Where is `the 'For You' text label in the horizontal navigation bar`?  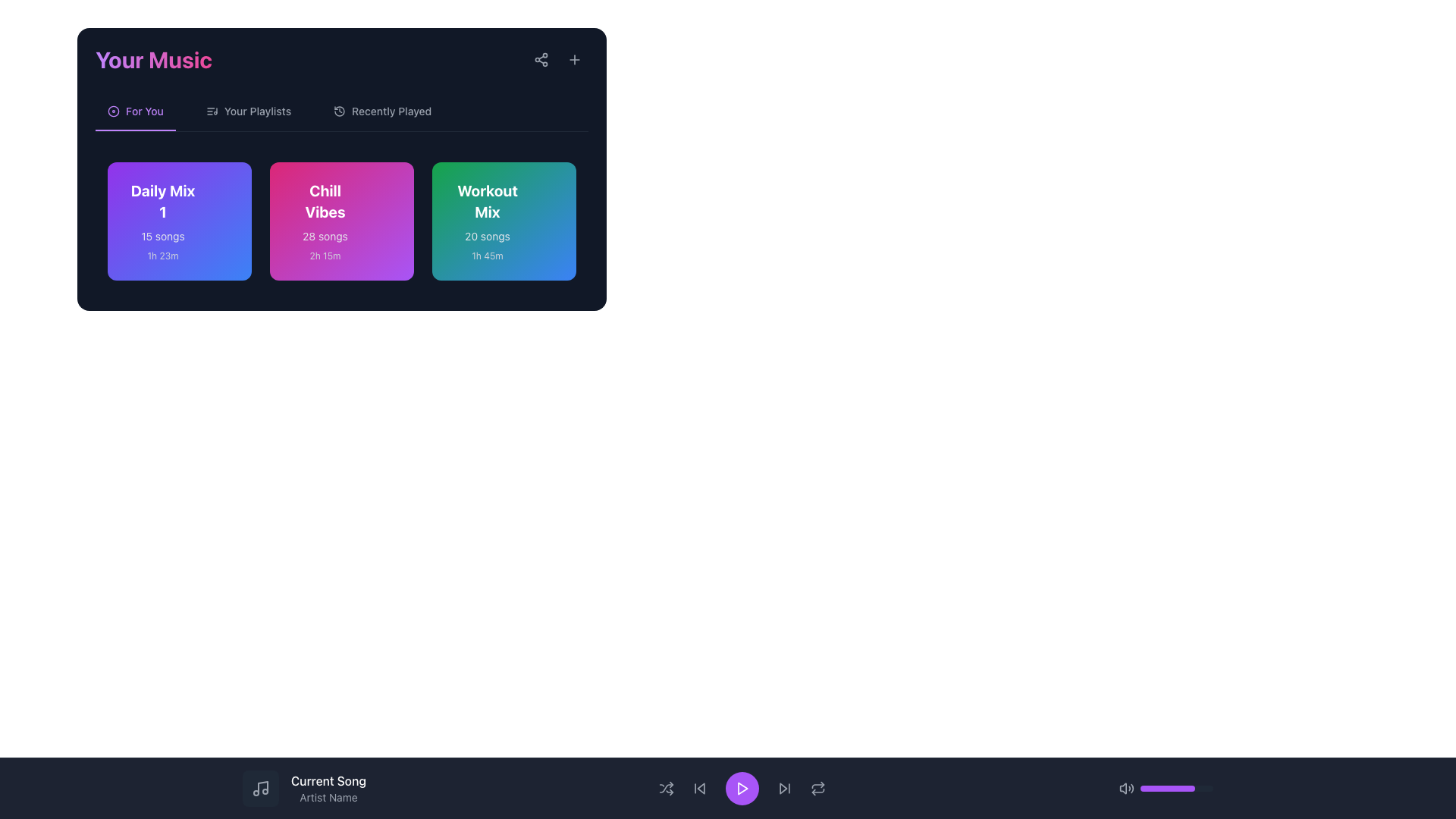
the 'For You' text label in the horizontal navigation bar is located at coordinates (135, 116).